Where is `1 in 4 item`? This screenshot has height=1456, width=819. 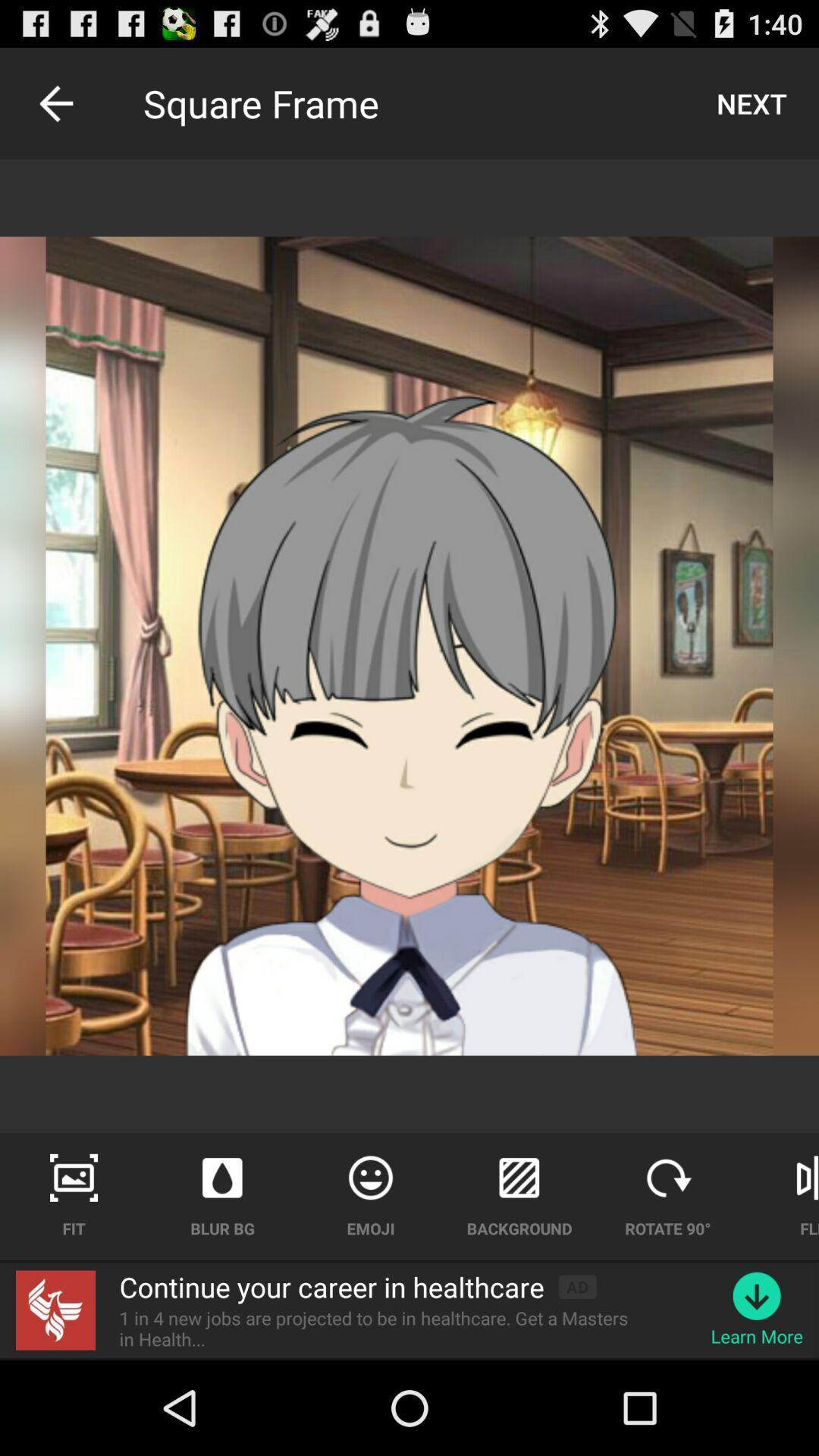 1 in 4 item is located at coordinates (382, 1328).